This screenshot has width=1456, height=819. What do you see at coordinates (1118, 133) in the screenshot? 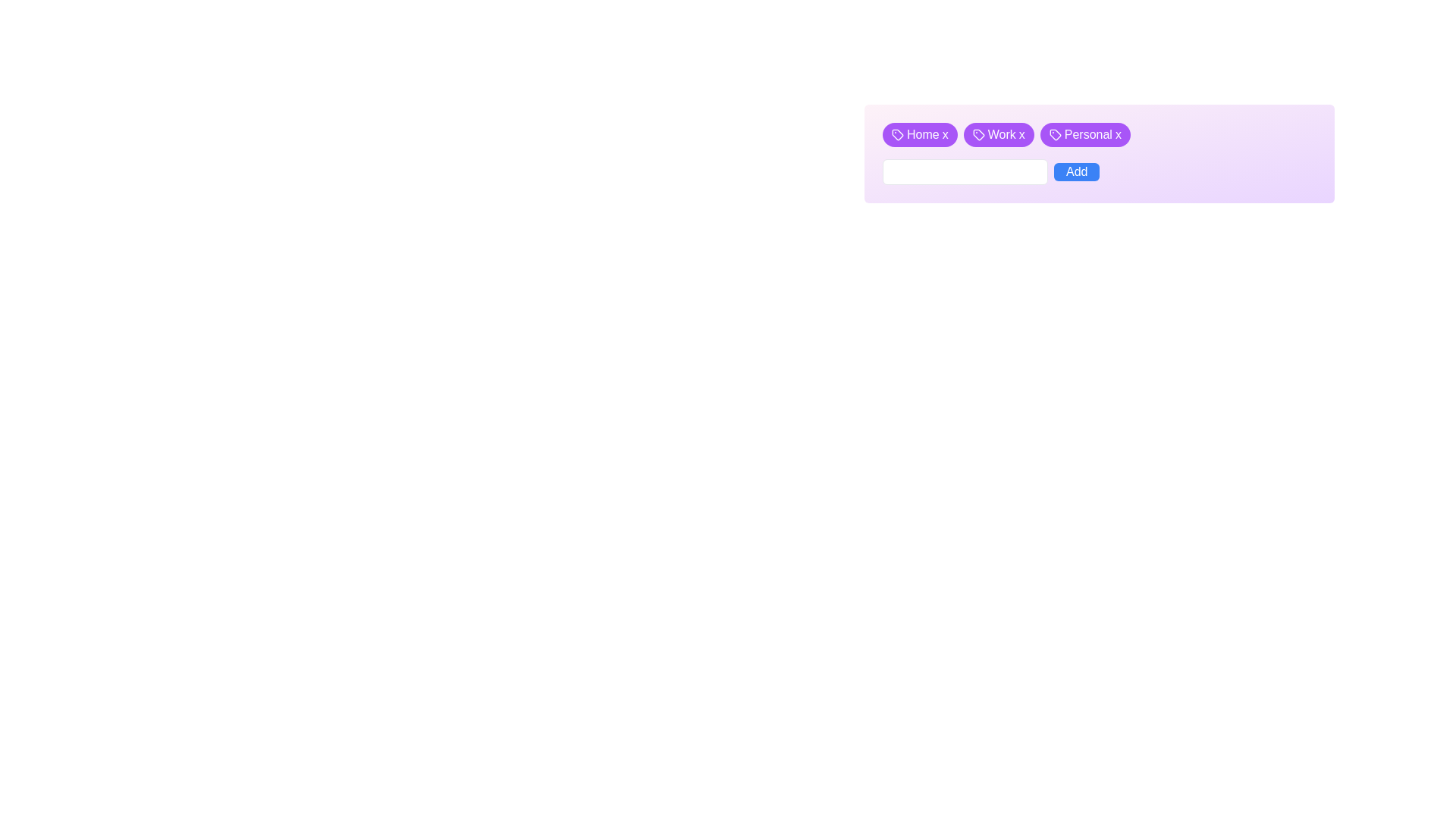
I see `the close button for the 'Personal' tag, which is located at the right end of the third tag in a row of three tags near the middle-top of the interface, to change its color` at bounding box center [1118, 133].